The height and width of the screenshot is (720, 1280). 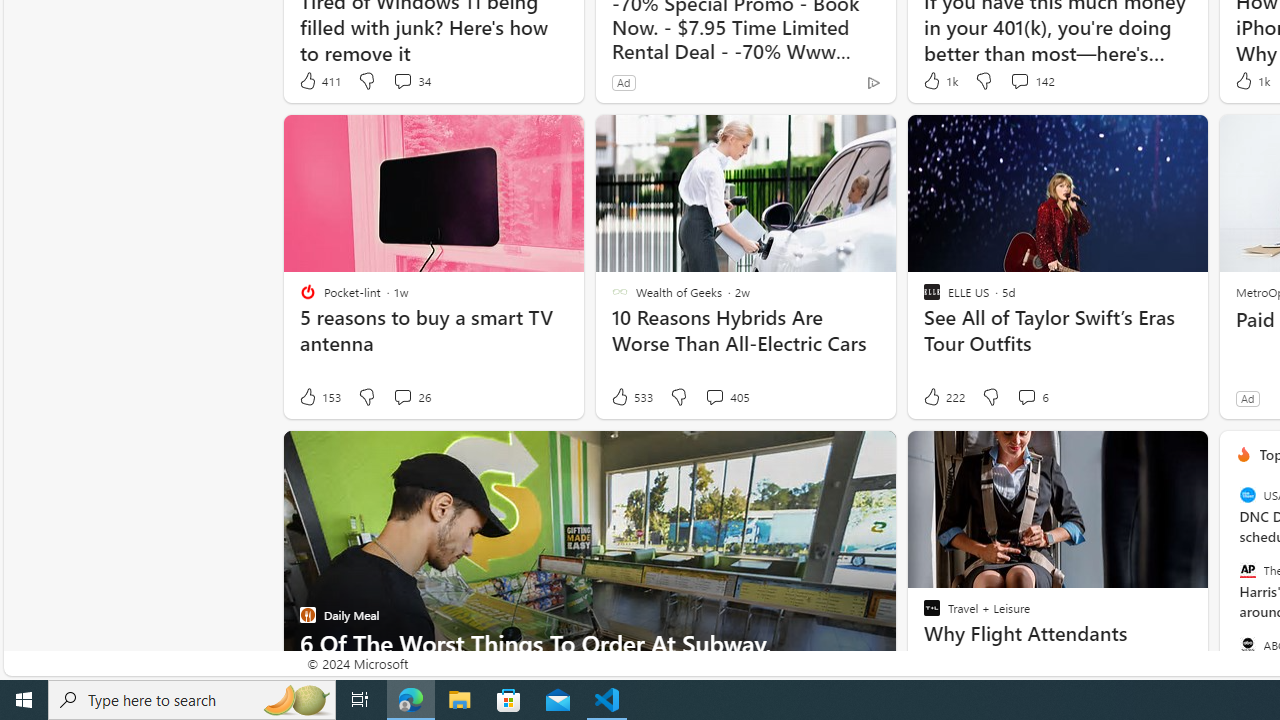 What do you see at coordinates (410, 397) in the screenshot?
I see `'View comments 26 Comment'` at bounding box center [410, 397].